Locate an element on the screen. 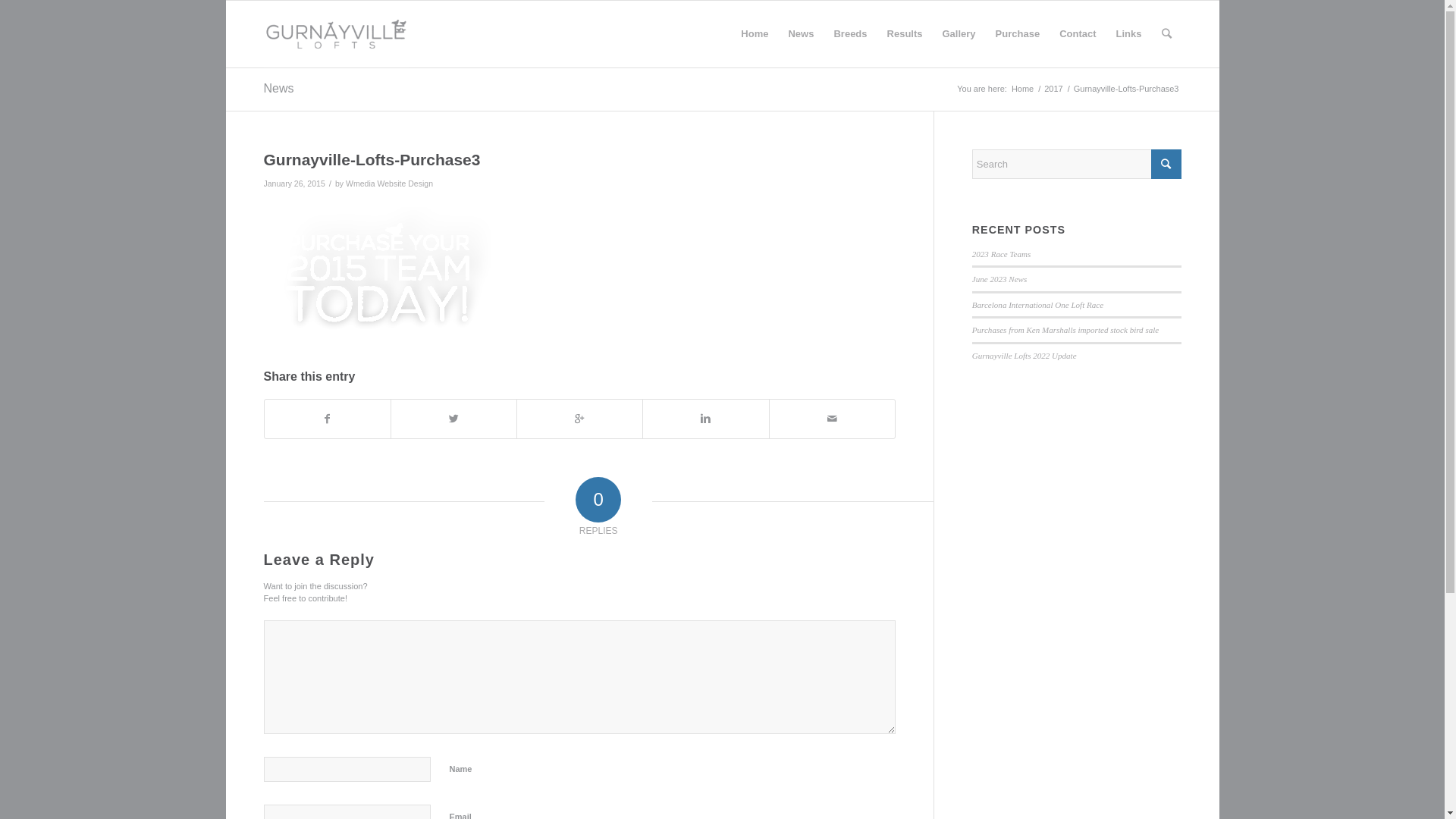  'Contact' is located at coordinates (1048, 34).